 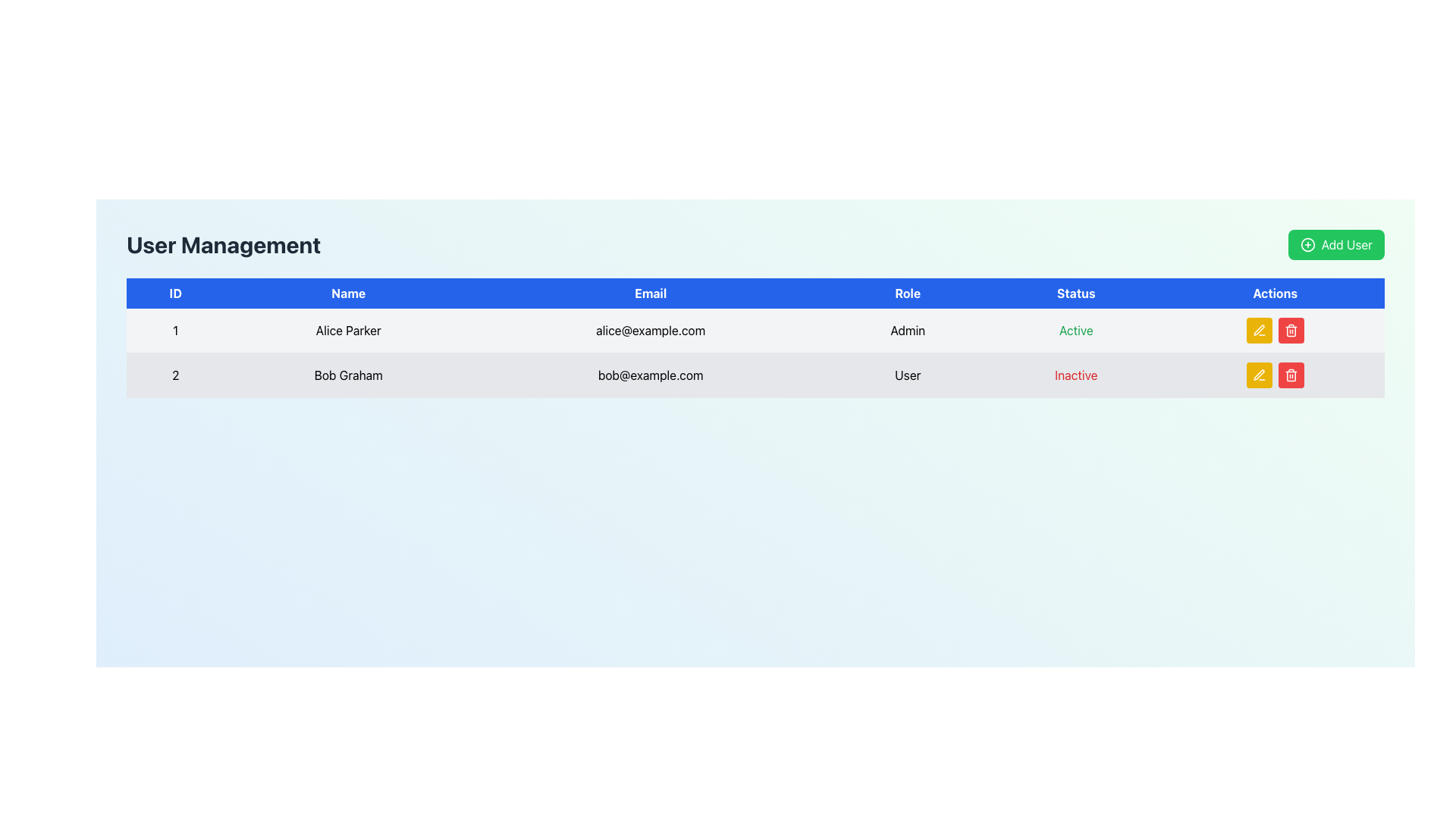 What do you see at coordinates (347, 375) in the screenshot?
I see `text label displaying 'Bob Graham' located in the second row of the table under the 'Name' column` at bounding box center [347, 375].